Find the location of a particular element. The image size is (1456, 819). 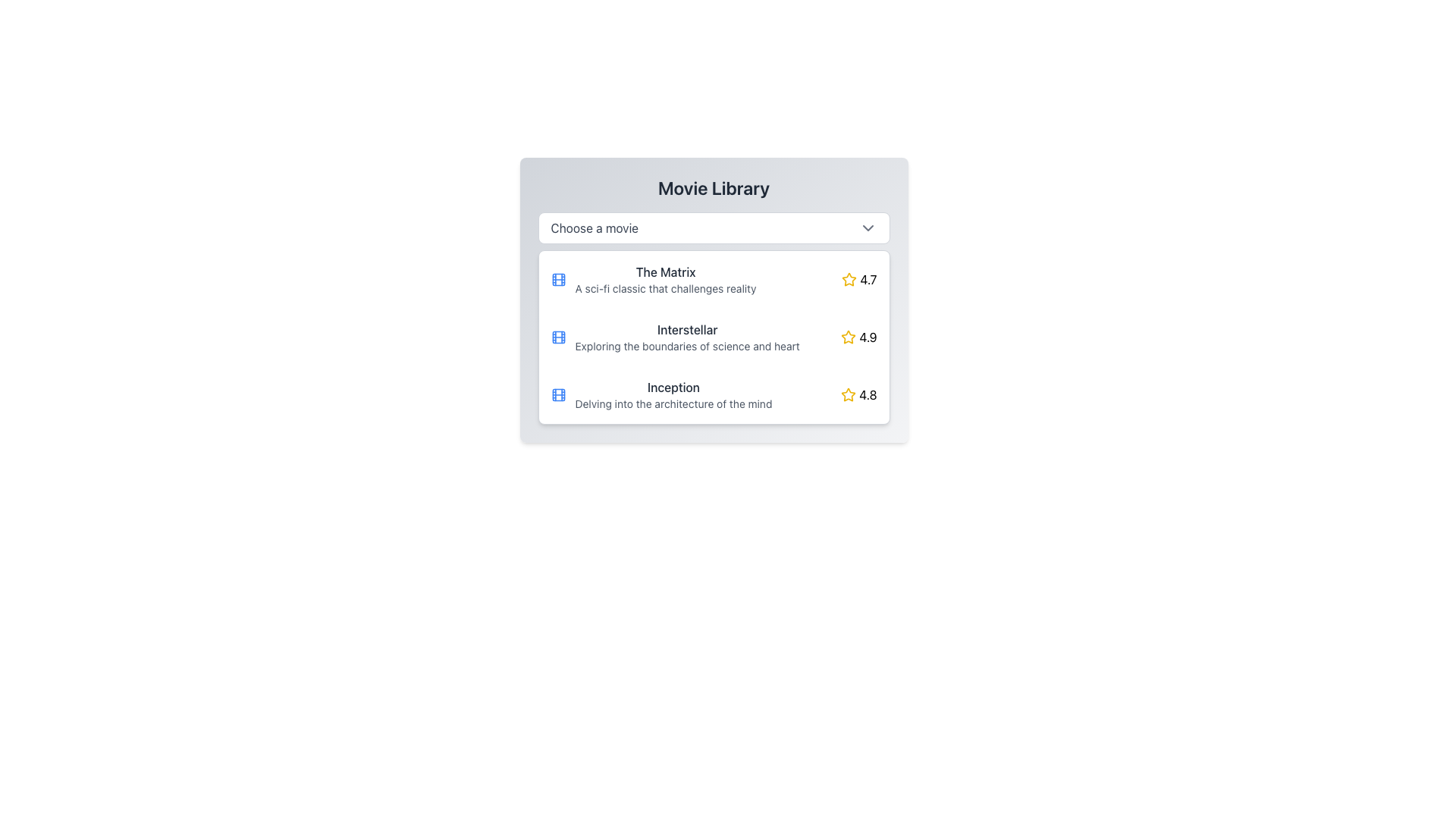

the rating display for the movie 'Inception', located in the third entry of the movie list, on the far right next to the text 'Inception' is located at coordinates (858, 394).